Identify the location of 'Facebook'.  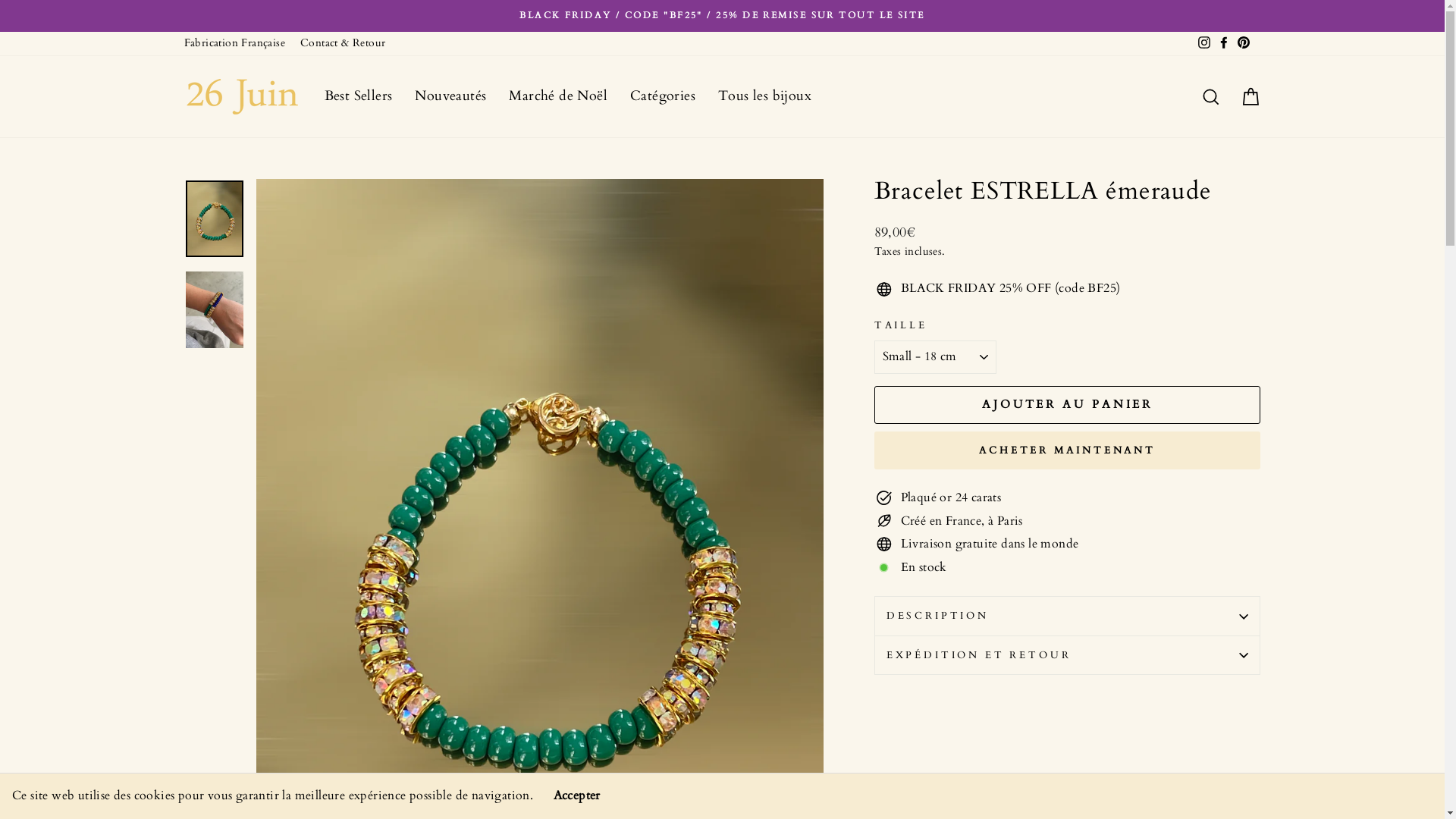
(1222, 42).